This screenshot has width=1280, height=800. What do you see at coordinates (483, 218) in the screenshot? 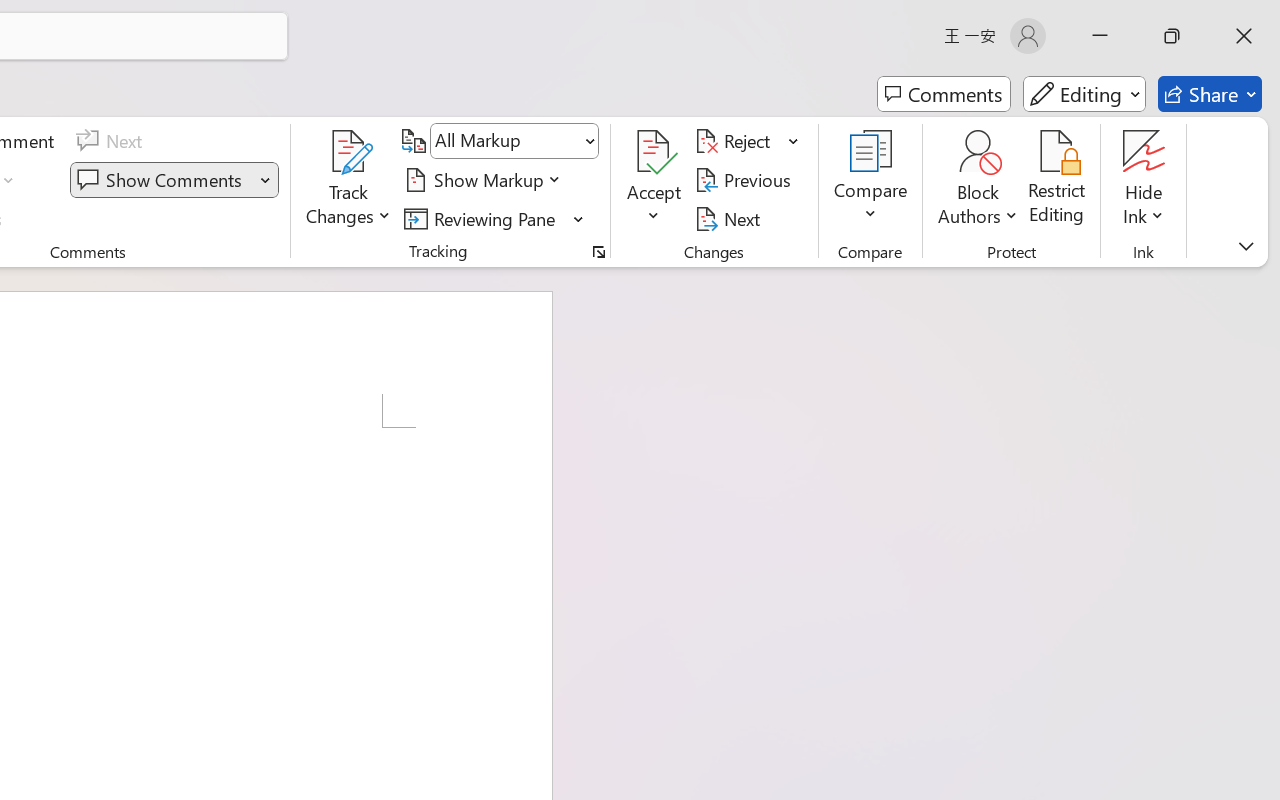
I see `'Reviewing Pane'` at bounding box center [483, 218].